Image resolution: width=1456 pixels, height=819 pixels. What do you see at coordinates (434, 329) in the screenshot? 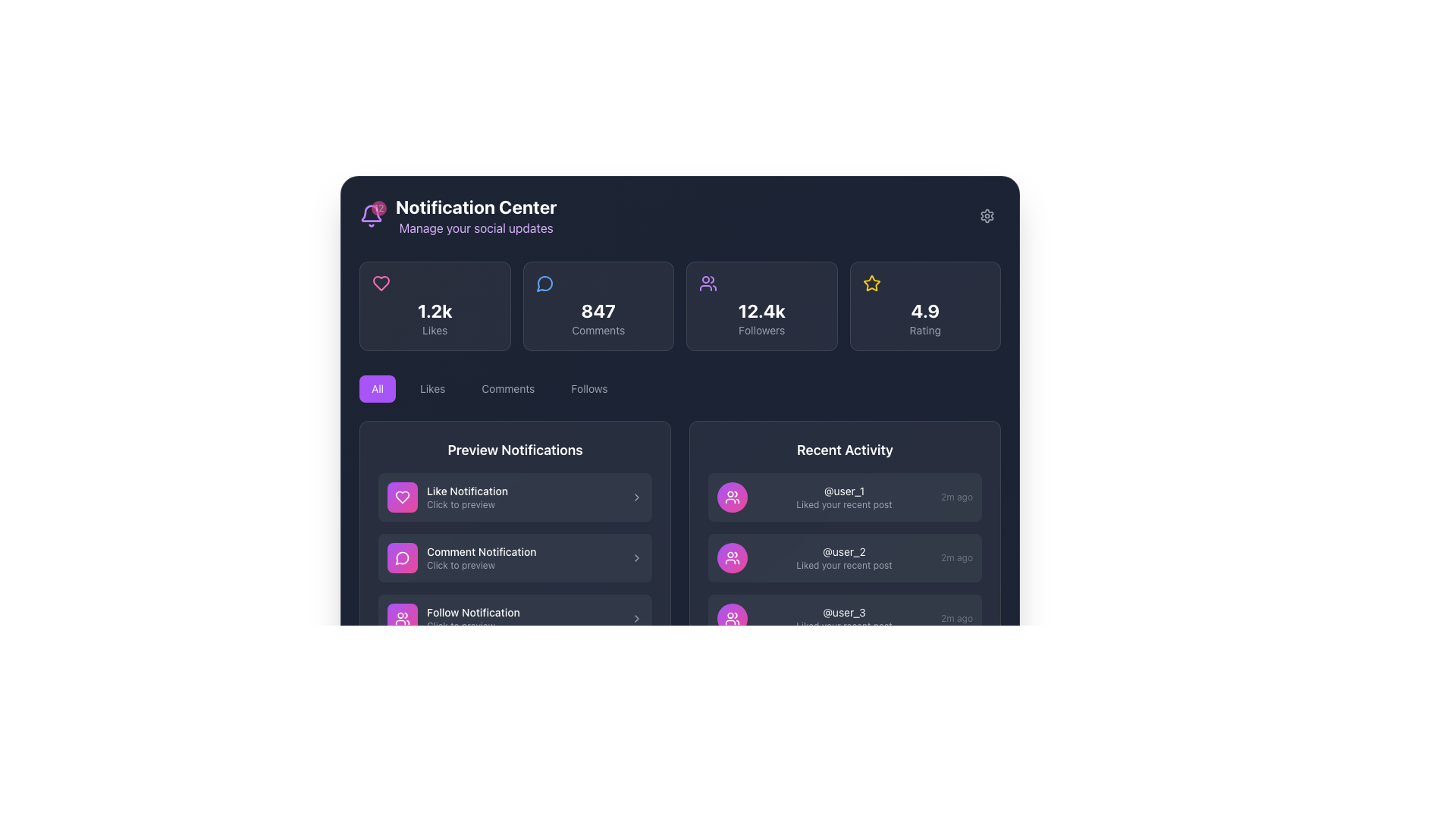
I see `the Text label that indicates the count of 'Likes', located below the '1.2k' value in the first card of the summary section under the 'Notification Center'` at bounding box center [434, 329].